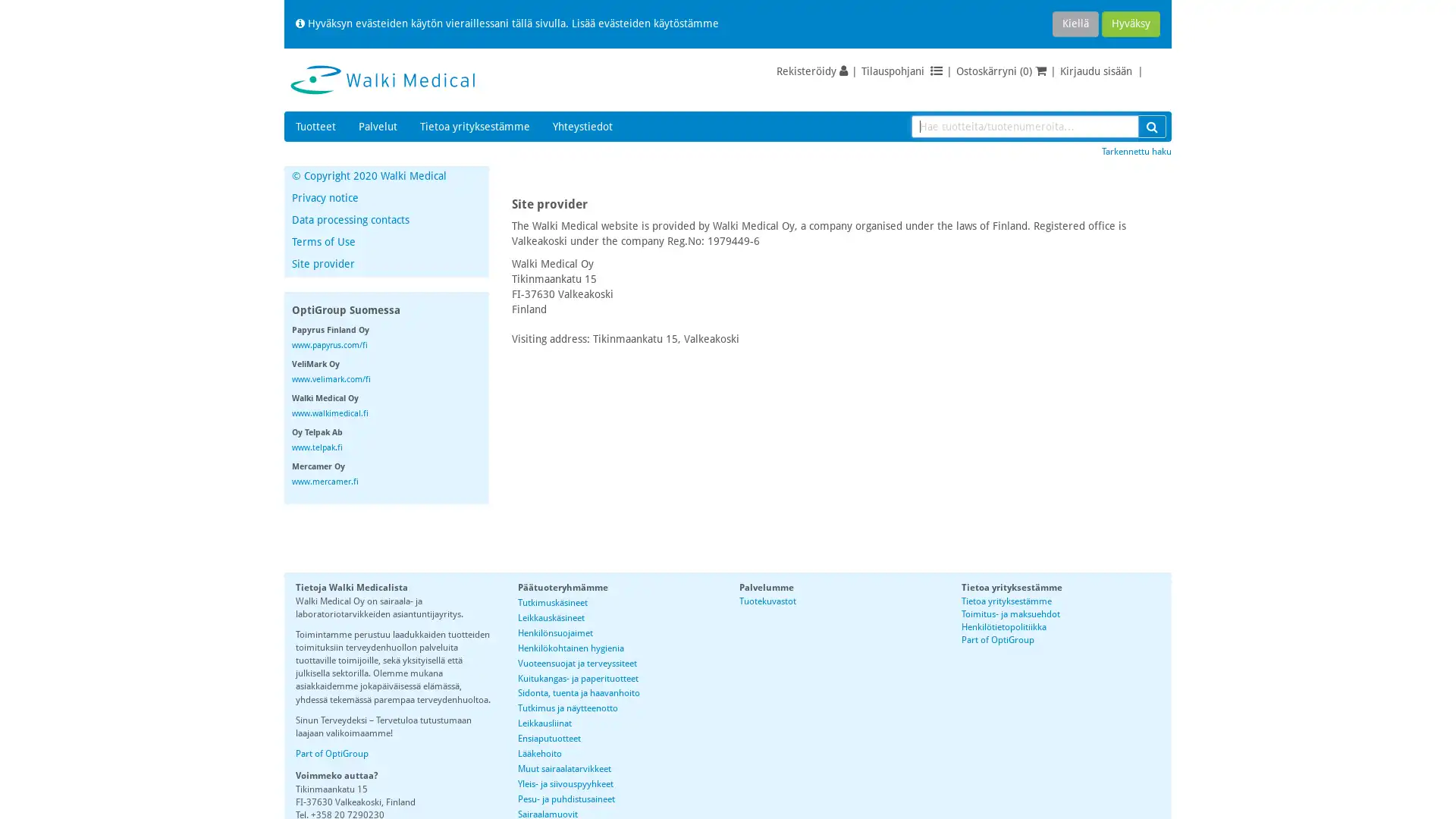 The width and height of the screenshot is (1456, 819). What do you see at coordinates (1075, 24) in the screenshot?
I see `Kiella` at bounding box center [1075, 24].